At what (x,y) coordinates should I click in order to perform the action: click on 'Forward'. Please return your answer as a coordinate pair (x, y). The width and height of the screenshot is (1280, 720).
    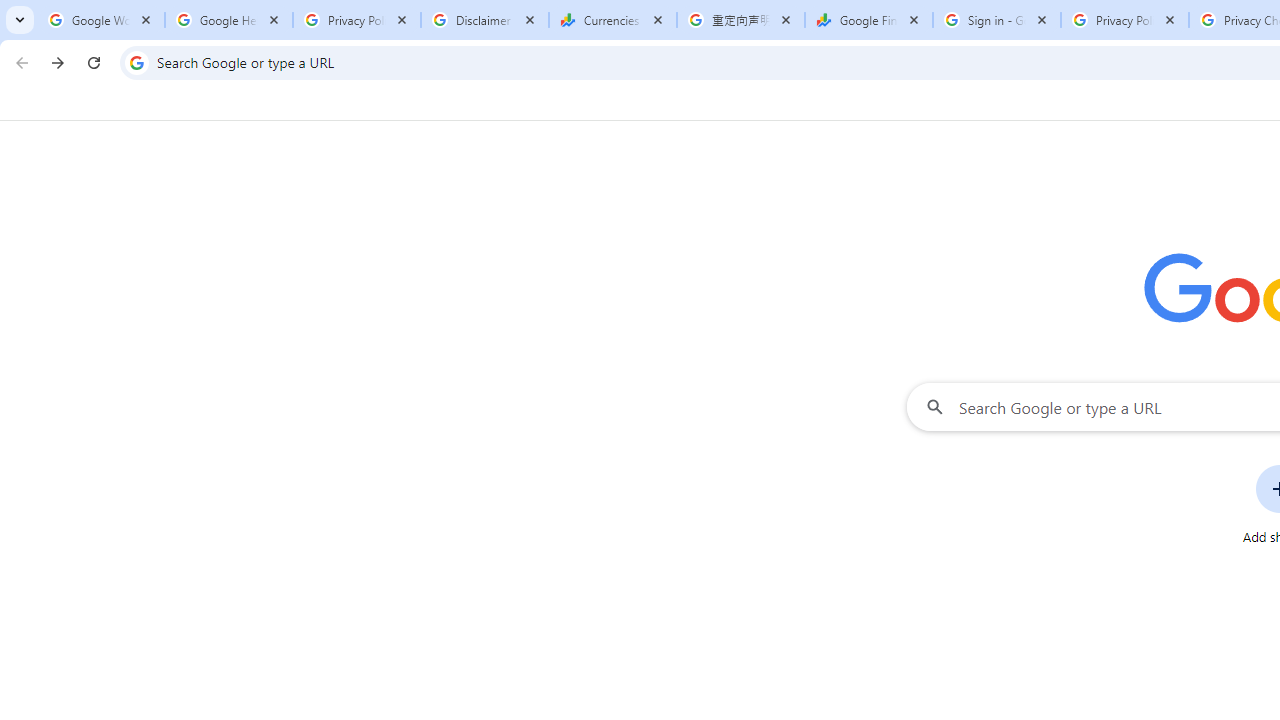
    Looking at the image, I should click on (58, 61).